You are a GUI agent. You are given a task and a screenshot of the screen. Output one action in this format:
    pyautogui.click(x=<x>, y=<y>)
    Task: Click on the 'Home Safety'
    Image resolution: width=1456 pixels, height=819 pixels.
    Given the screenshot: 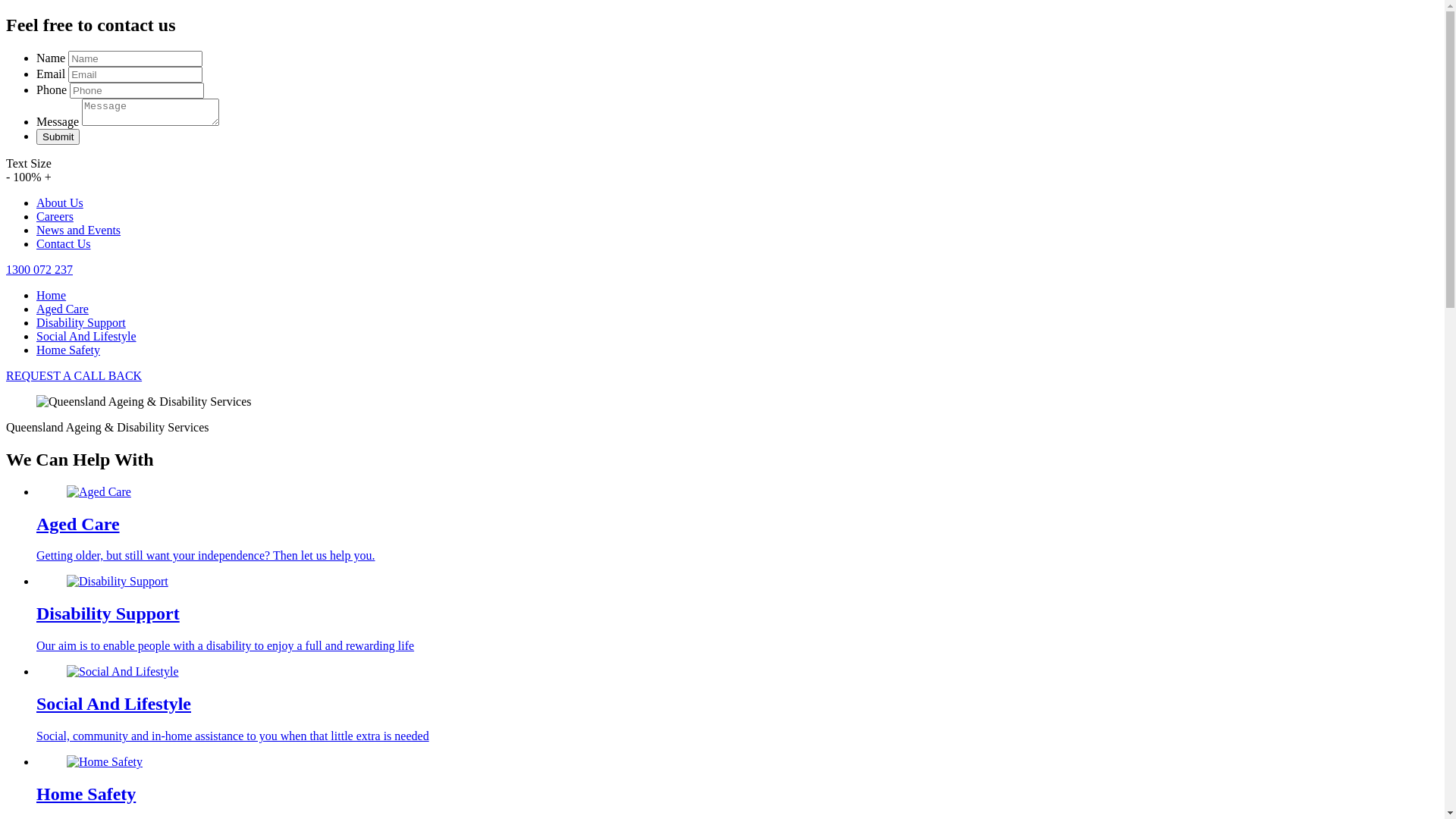 What is the action you would take?
    pyautogui.click(x=36, y=350)
    